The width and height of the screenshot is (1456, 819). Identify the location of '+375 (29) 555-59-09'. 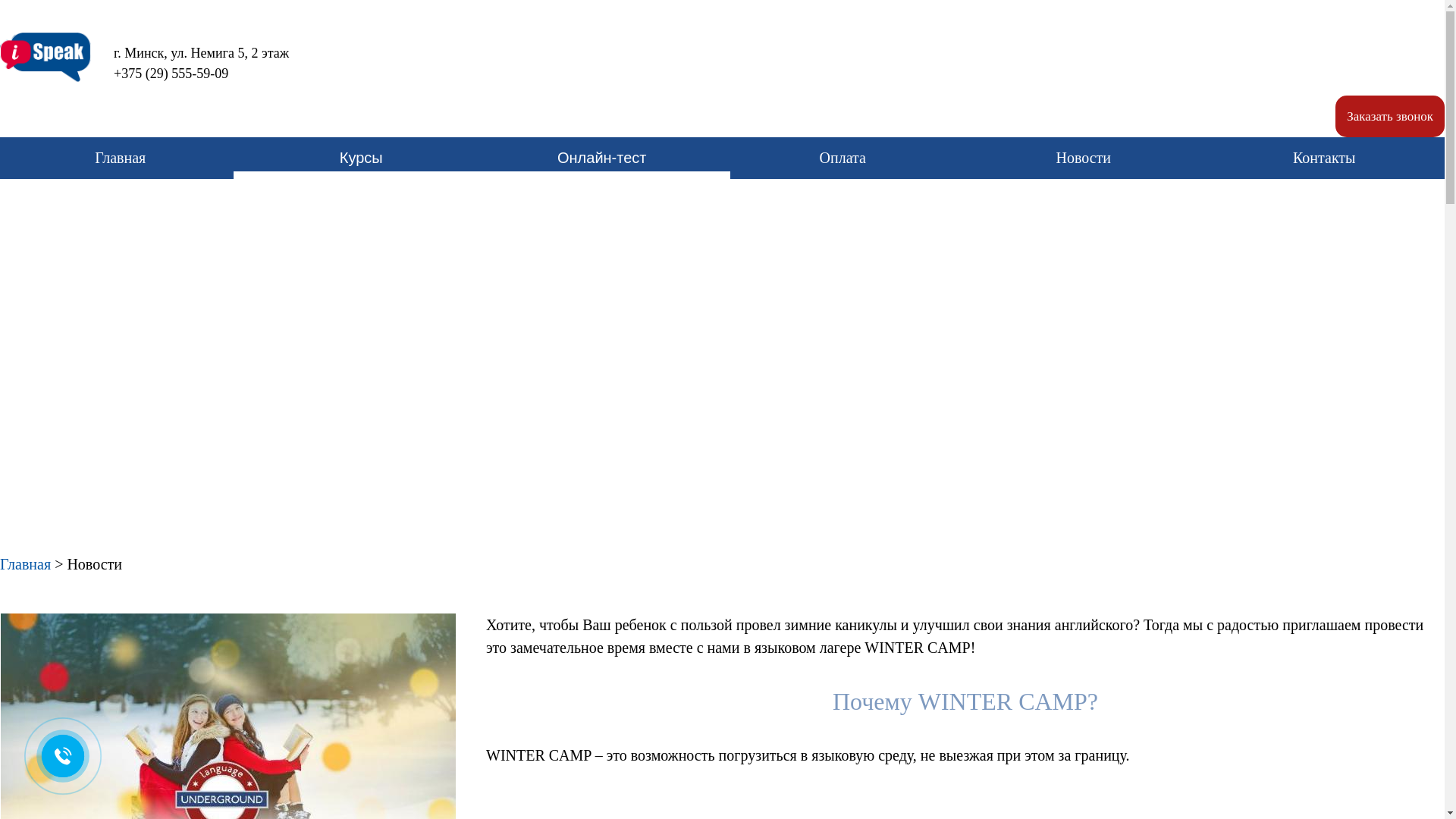
(90, 74).